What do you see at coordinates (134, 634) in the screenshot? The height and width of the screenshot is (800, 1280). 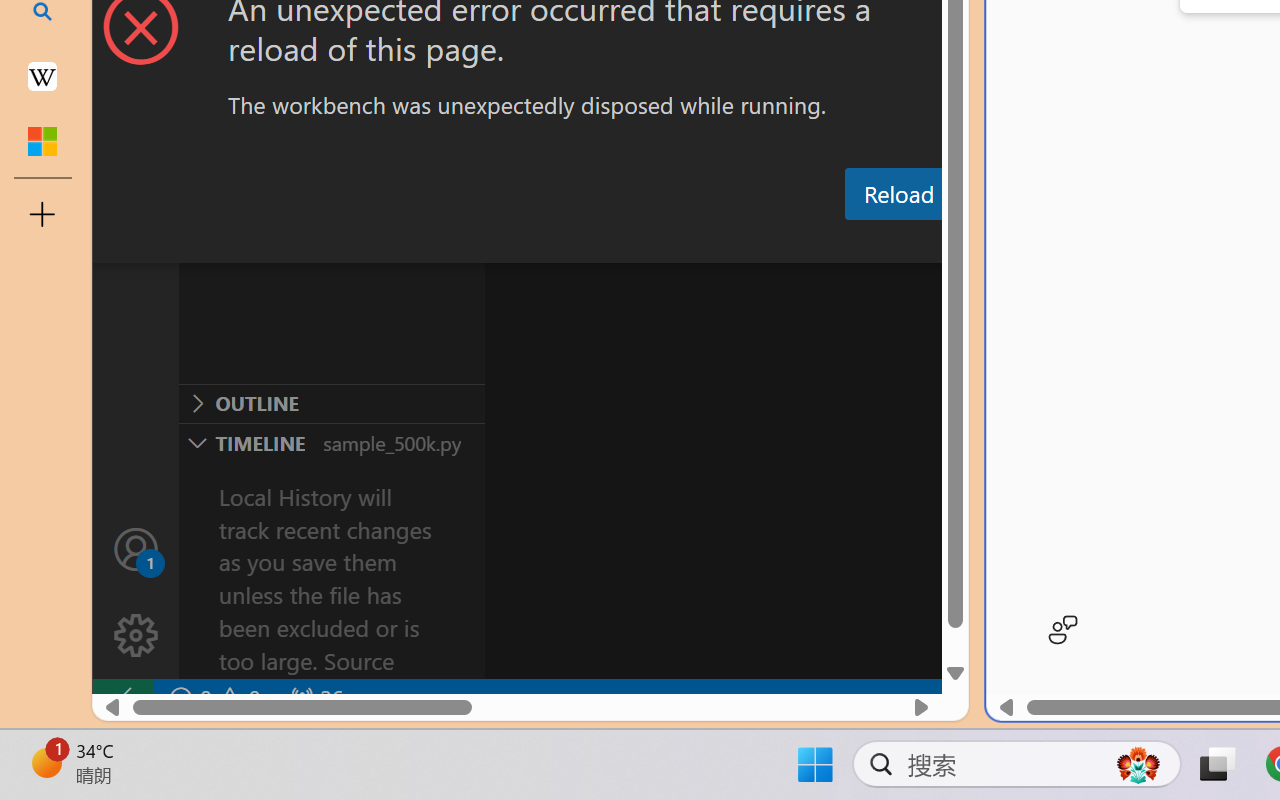 I see `'Manage'` at bounding box center [134, 634].